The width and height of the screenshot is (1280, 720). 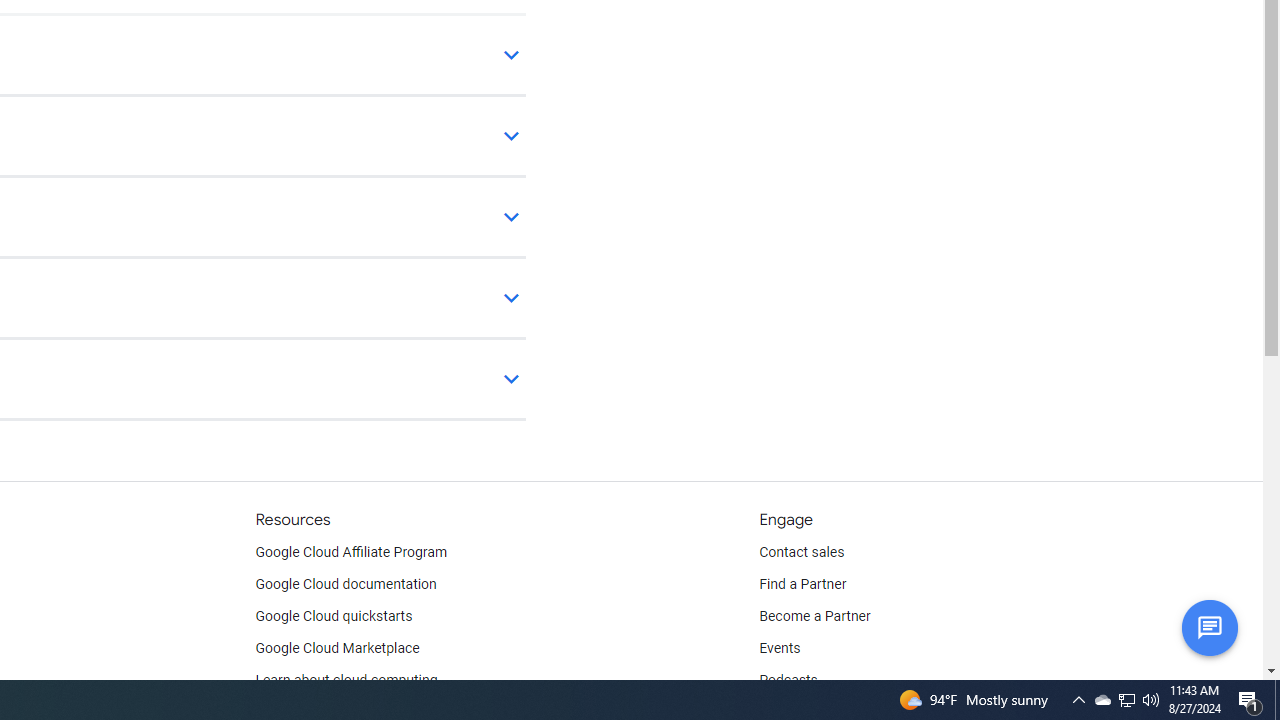 I want to click on 'Find a Partner', so click(x=803, y=585).